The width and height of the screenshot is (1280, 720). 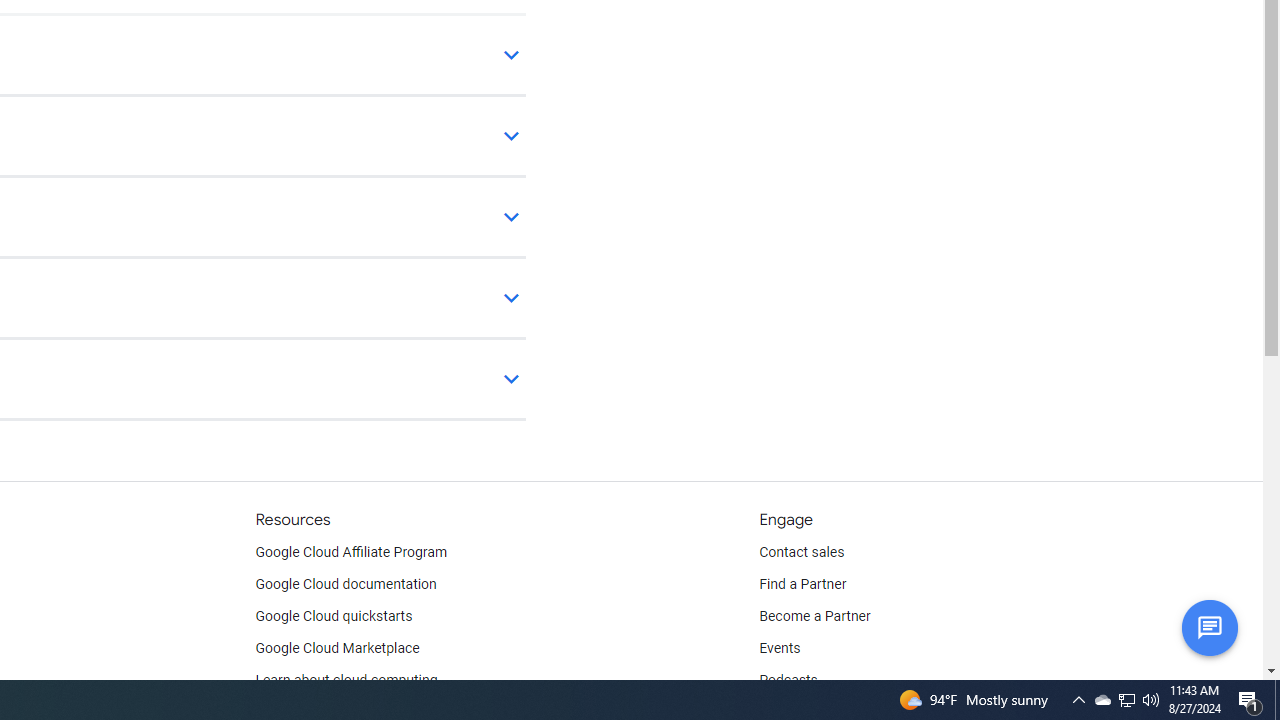 I want to click on 'Find a Partner', so click(x=803, y=585).